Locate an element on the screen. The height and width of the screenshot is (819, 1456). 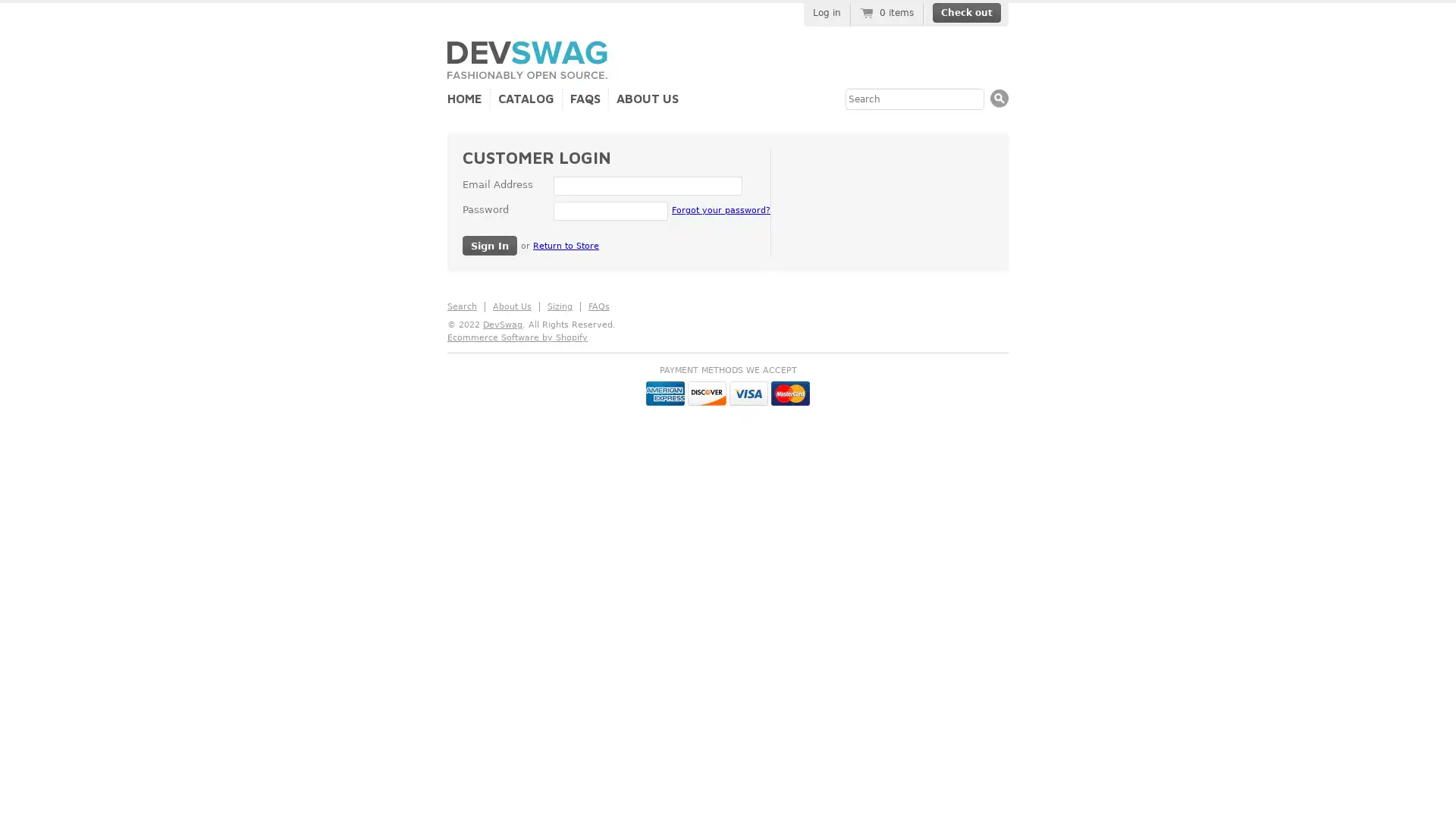
Search is located at coordinates (999, 98).